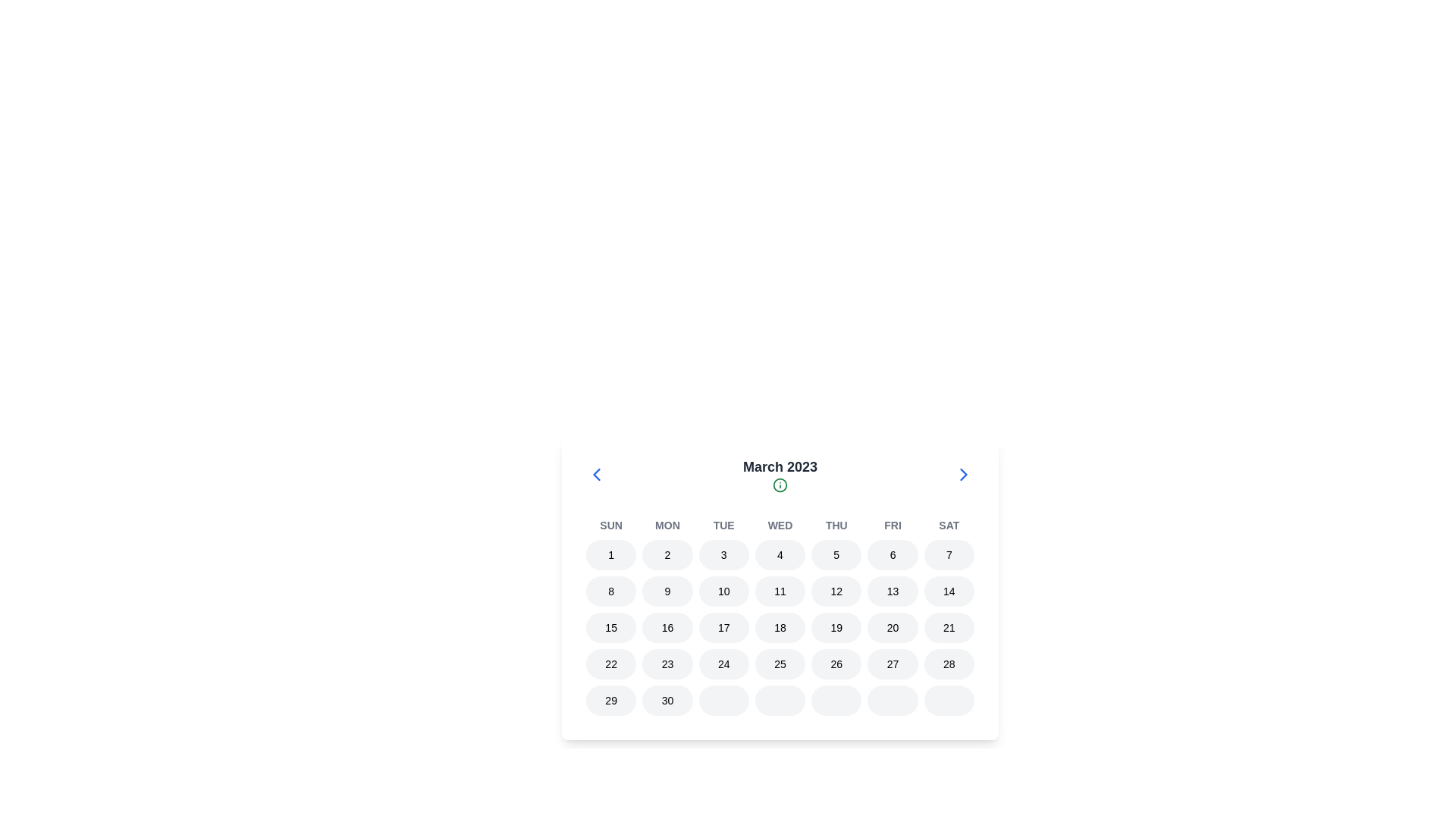 The image size is (1456, 819). Describe the element at coordinates (948, 525) in the screenshot. I see `the header text label for the Saturday column in the calendar layout, which is positioned to the far right of the row displaying abbreviated weekday names` at that location.